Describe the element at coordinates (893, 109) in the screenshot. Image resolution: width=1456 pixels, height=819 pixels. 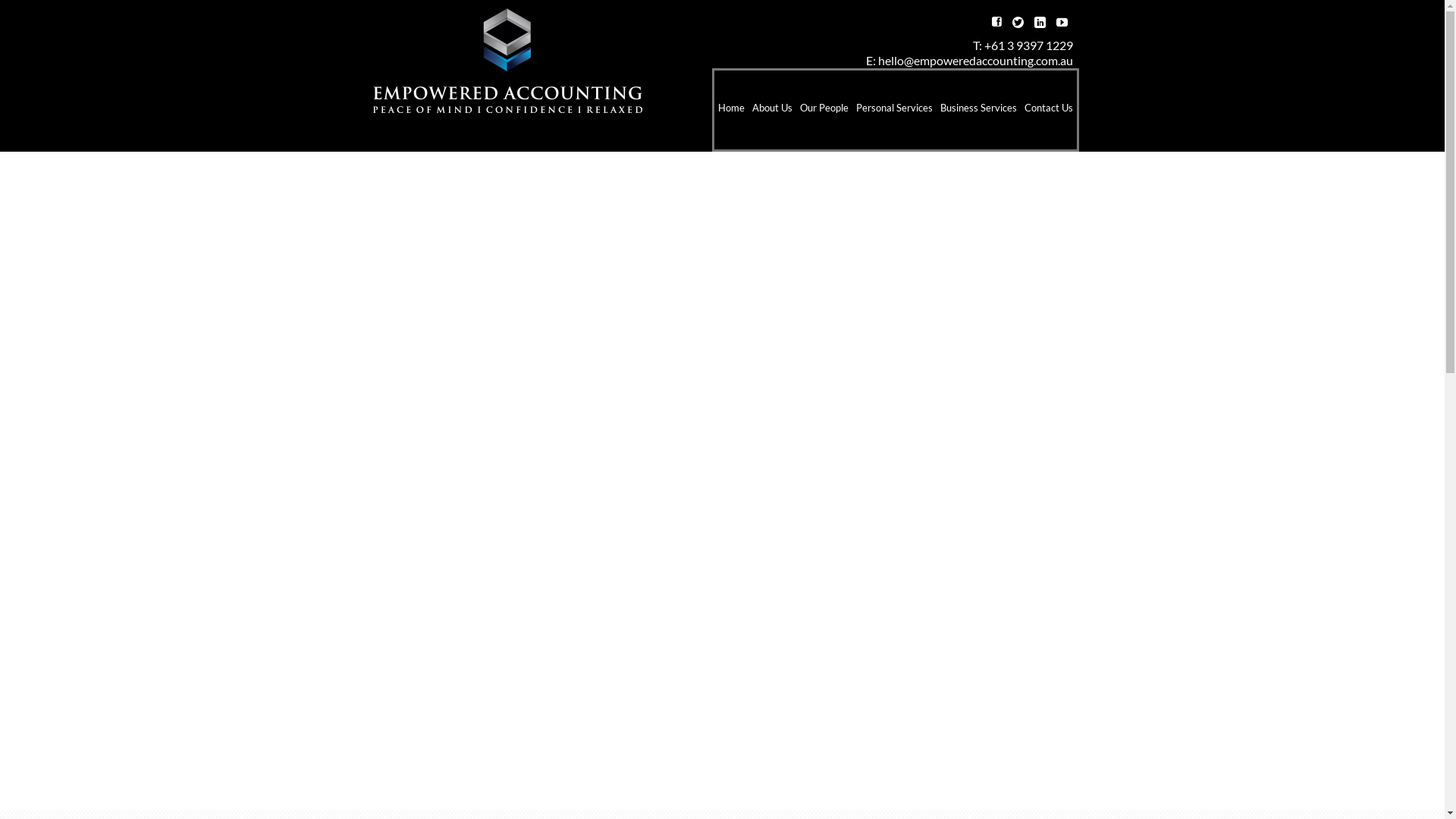
I see `'Personal Services'` at that location.